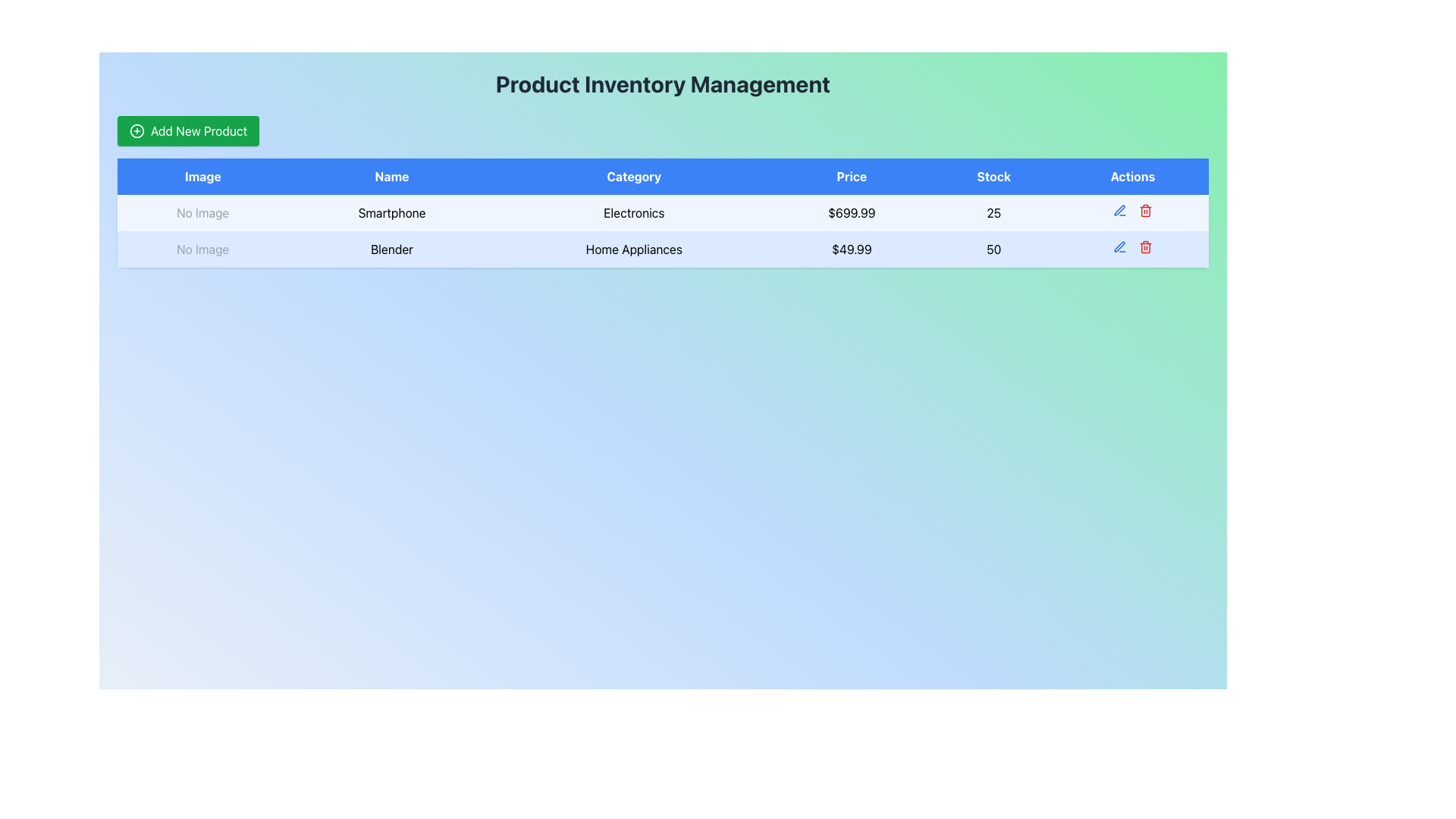 The image size is (1456, 819). Describe the element at coordinates (852, 248) in the screenshot. I see `the text label displaying the price '$49.99' for the 'Blender' item in the second row, fifth column of the product list table` at that location.